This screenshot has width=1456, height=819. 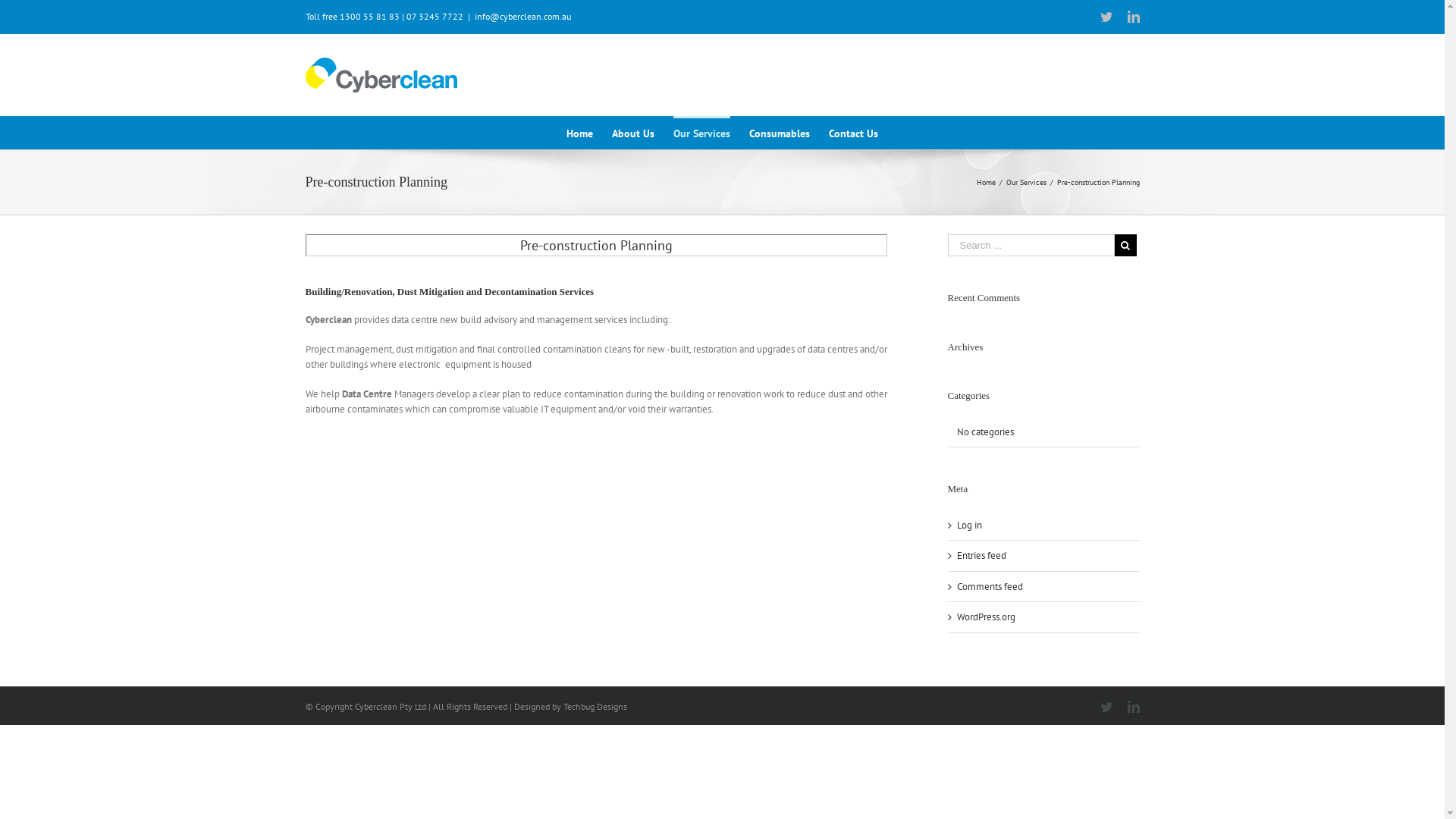 I want to click on 'Home', so click(x=579, y=131).